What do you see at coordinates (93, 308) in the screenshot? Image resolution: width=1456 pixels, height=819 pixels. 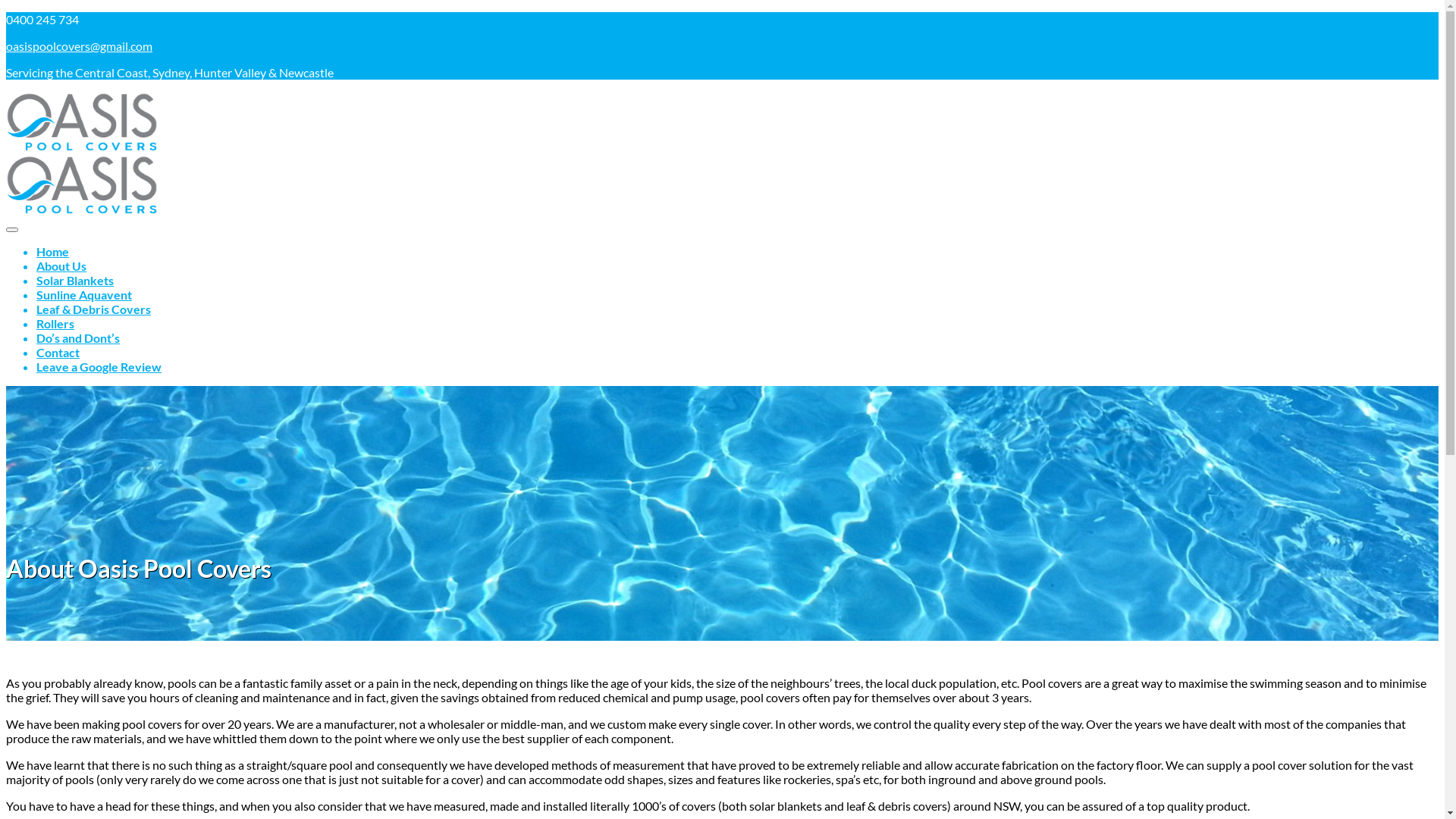 I see `'Leaf & Debris Covers'` at bounding box center [93, 308].